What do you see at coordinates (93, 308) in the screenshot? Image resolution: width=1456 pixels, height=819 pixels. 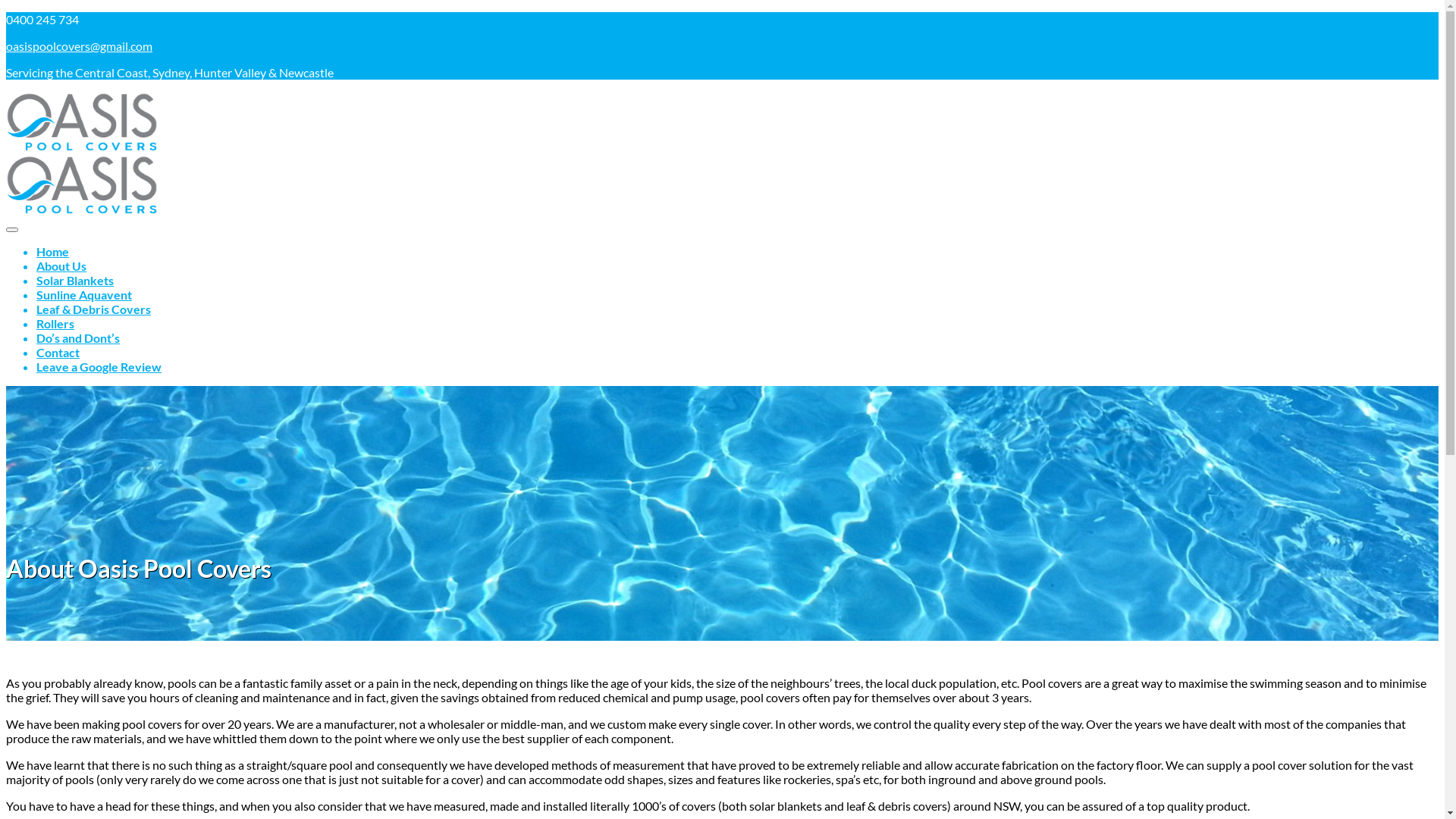 I see `'Leaf & Debris Covers'` at bounding box center [93, 308].